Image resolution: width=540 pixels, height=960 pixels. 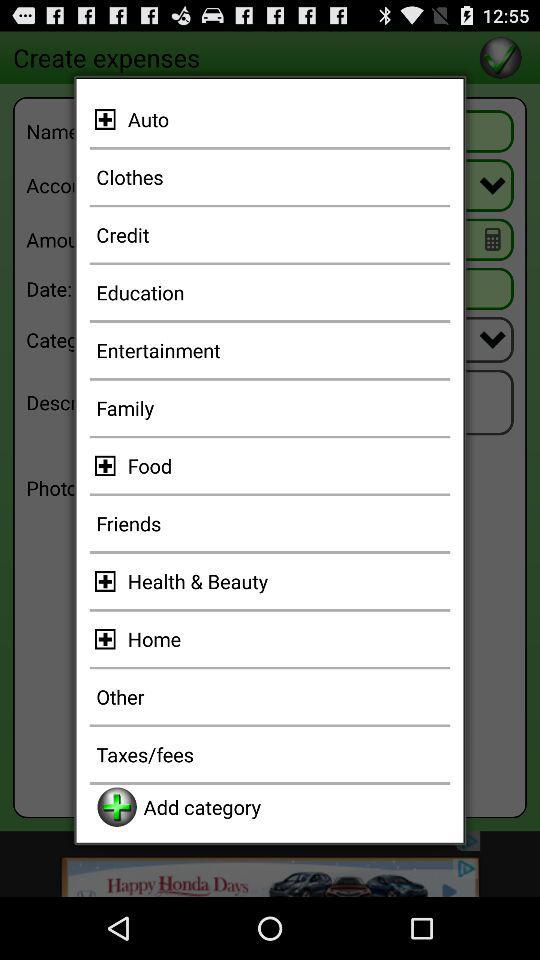 What do you see at coordinates (108, 119) in the screenshot?
I see `new vehicle expense` at bounding box center [108, 119].